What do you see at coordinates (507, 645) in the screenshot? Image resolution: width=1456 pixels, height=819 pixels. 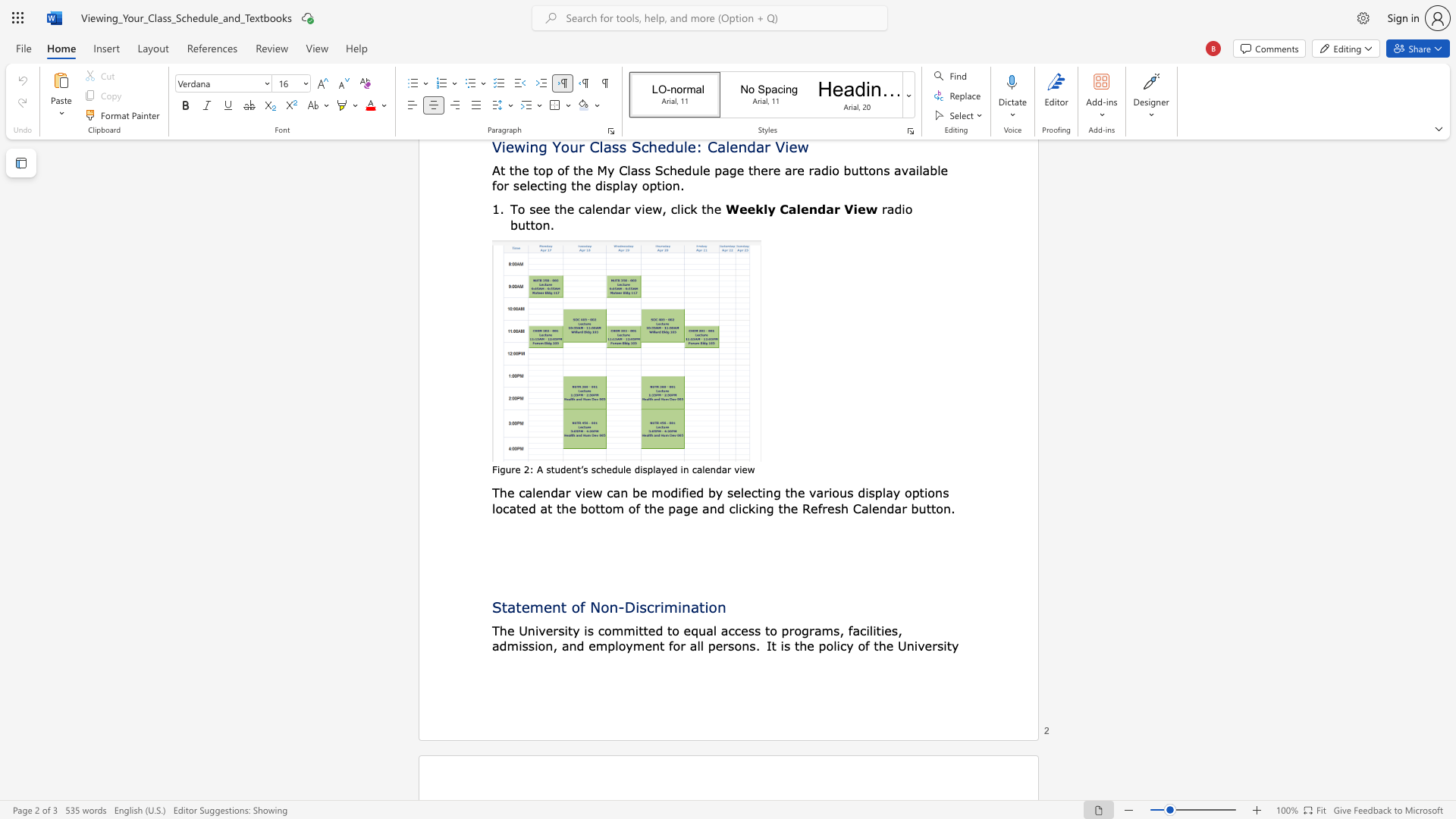 I see `the subset text "mission, and employment for all person" within the text "The University is committed to equal access to programs, facilities, admission, and employment for all persons.  It is the policy of the University"` at bounding box center [507, 645].